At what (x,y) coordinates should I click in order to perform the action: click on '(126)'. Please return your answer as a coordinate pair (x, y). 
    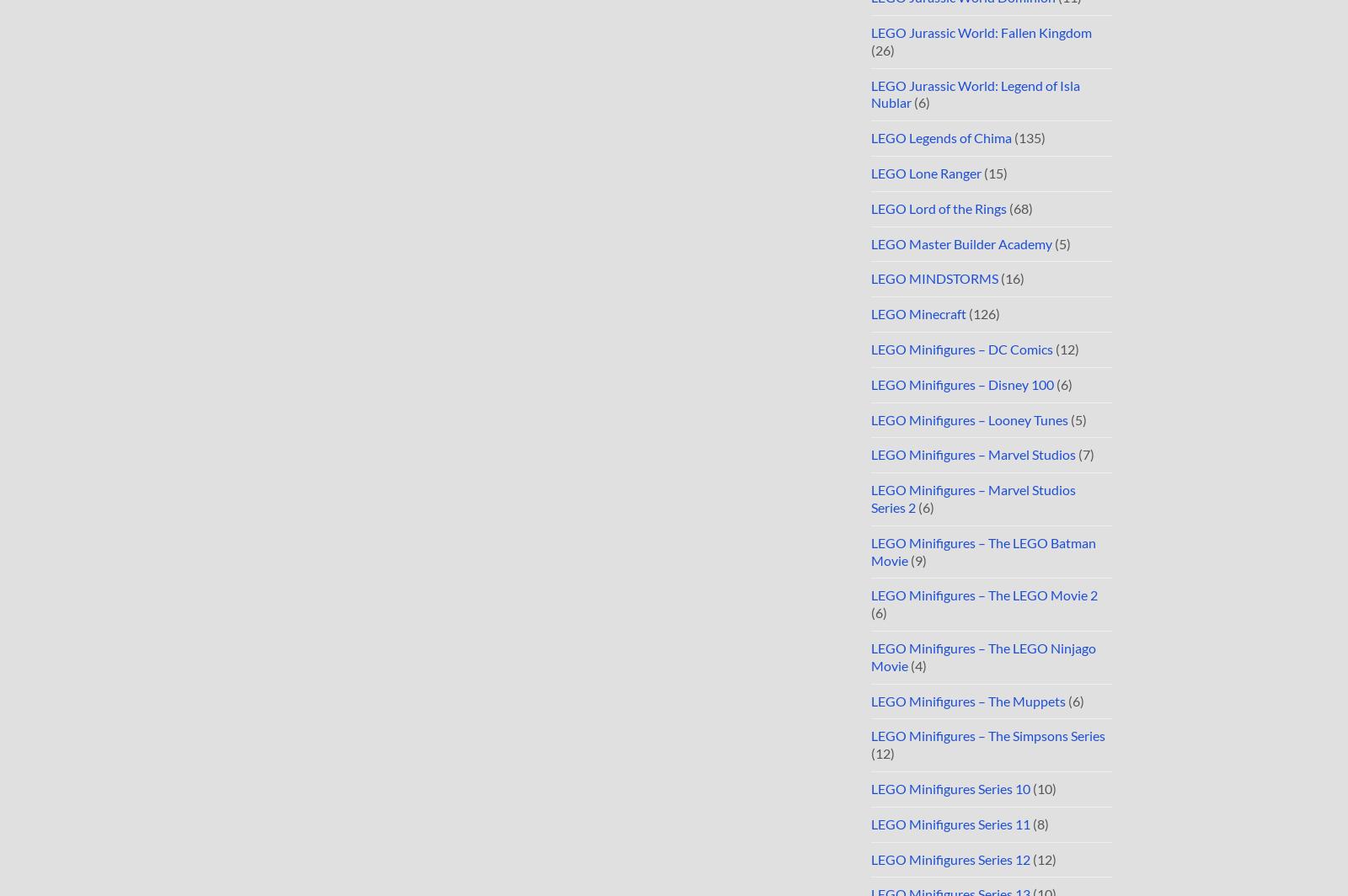
    Looking at the image, I should click on (983, 313).